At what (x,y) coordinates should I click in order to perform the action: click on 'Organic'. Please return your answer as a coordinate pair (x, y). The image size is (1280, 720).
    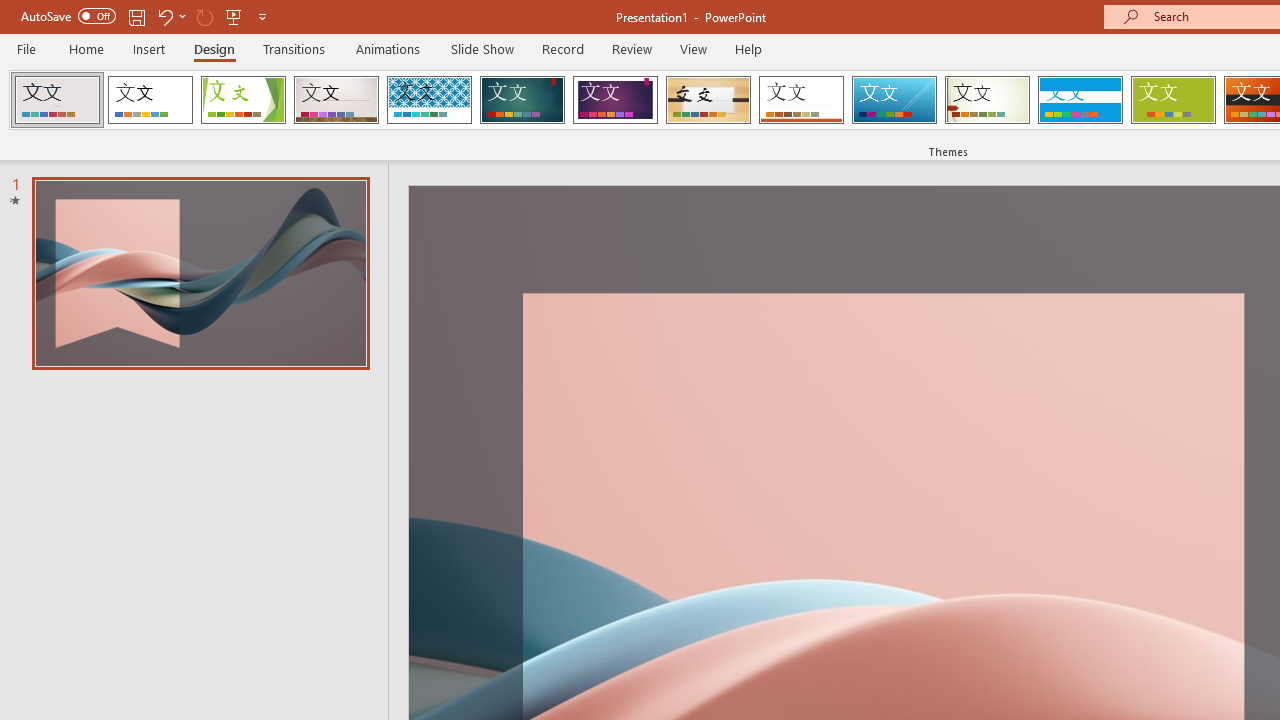
    Looking at the image, I should click on (708, 100).